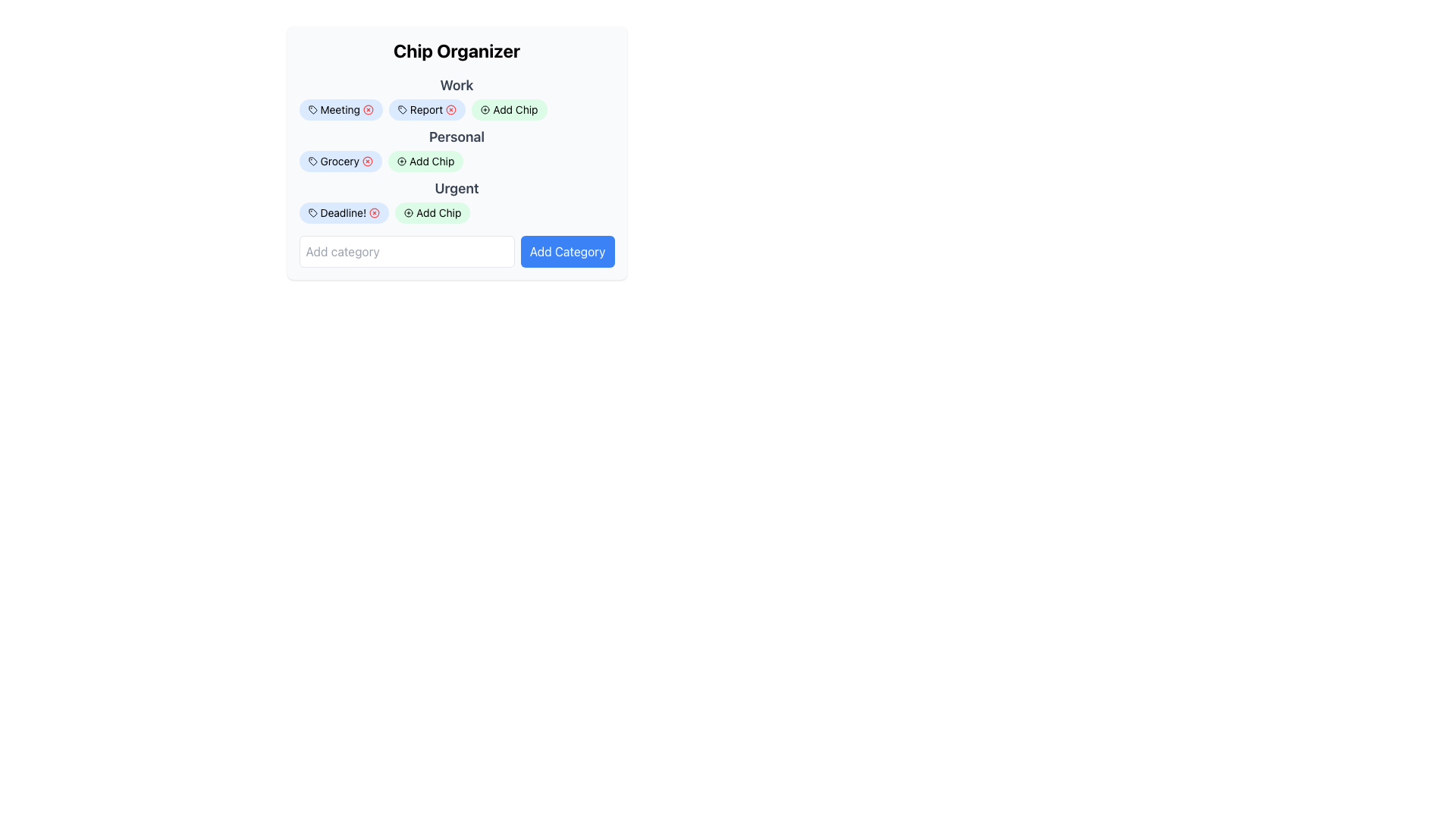 The width and height of the screenshot is (1456, 819). Describe the element at coordinates (456, 97) in the screenshot. I see `text label displaying 'Work', which is styled in bold, large dark gray font and located at the top of the component group` at that location.